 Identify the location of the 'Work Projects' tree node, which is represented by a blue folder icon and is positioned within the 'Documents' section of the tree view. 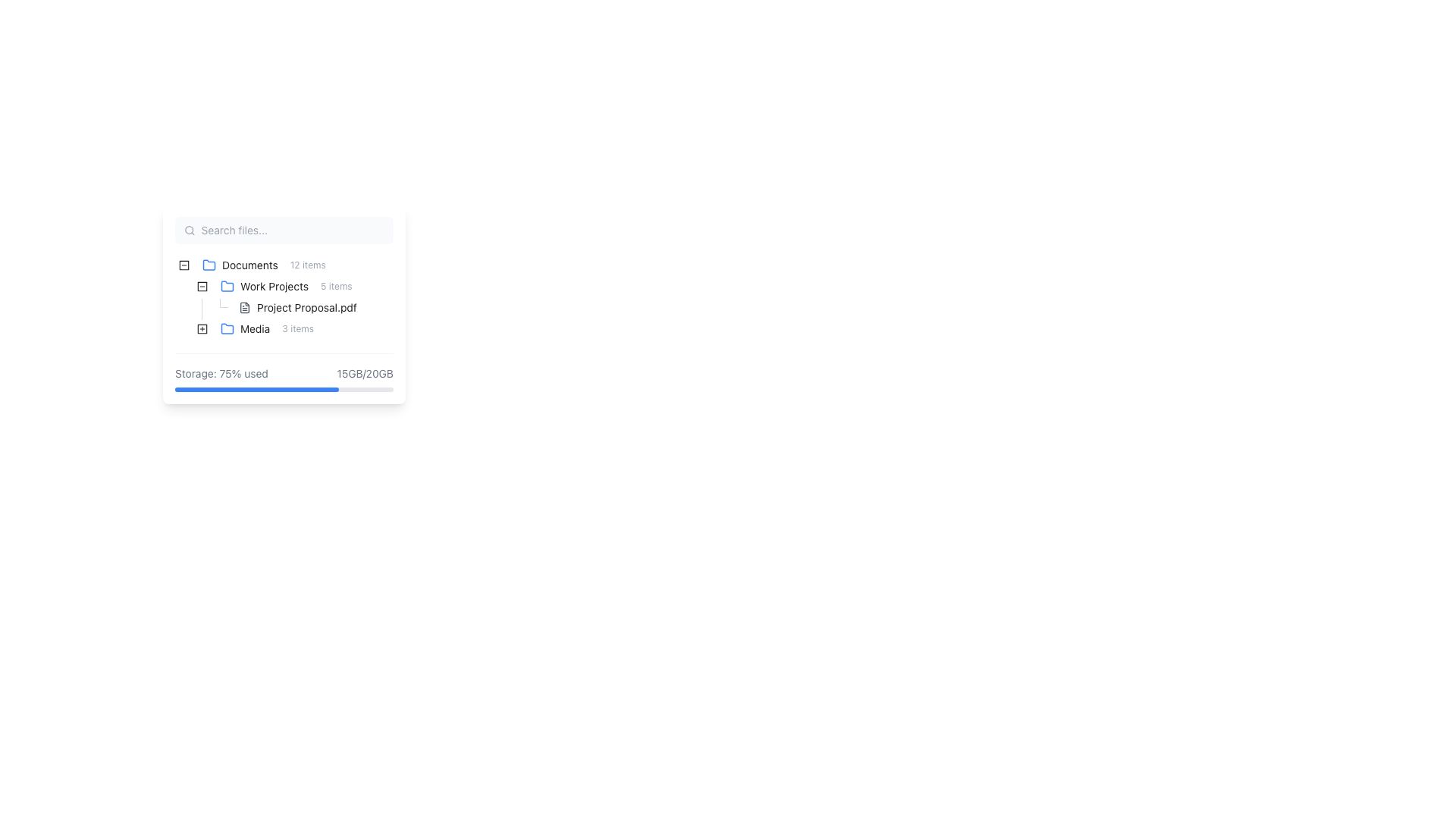
(286, 287).